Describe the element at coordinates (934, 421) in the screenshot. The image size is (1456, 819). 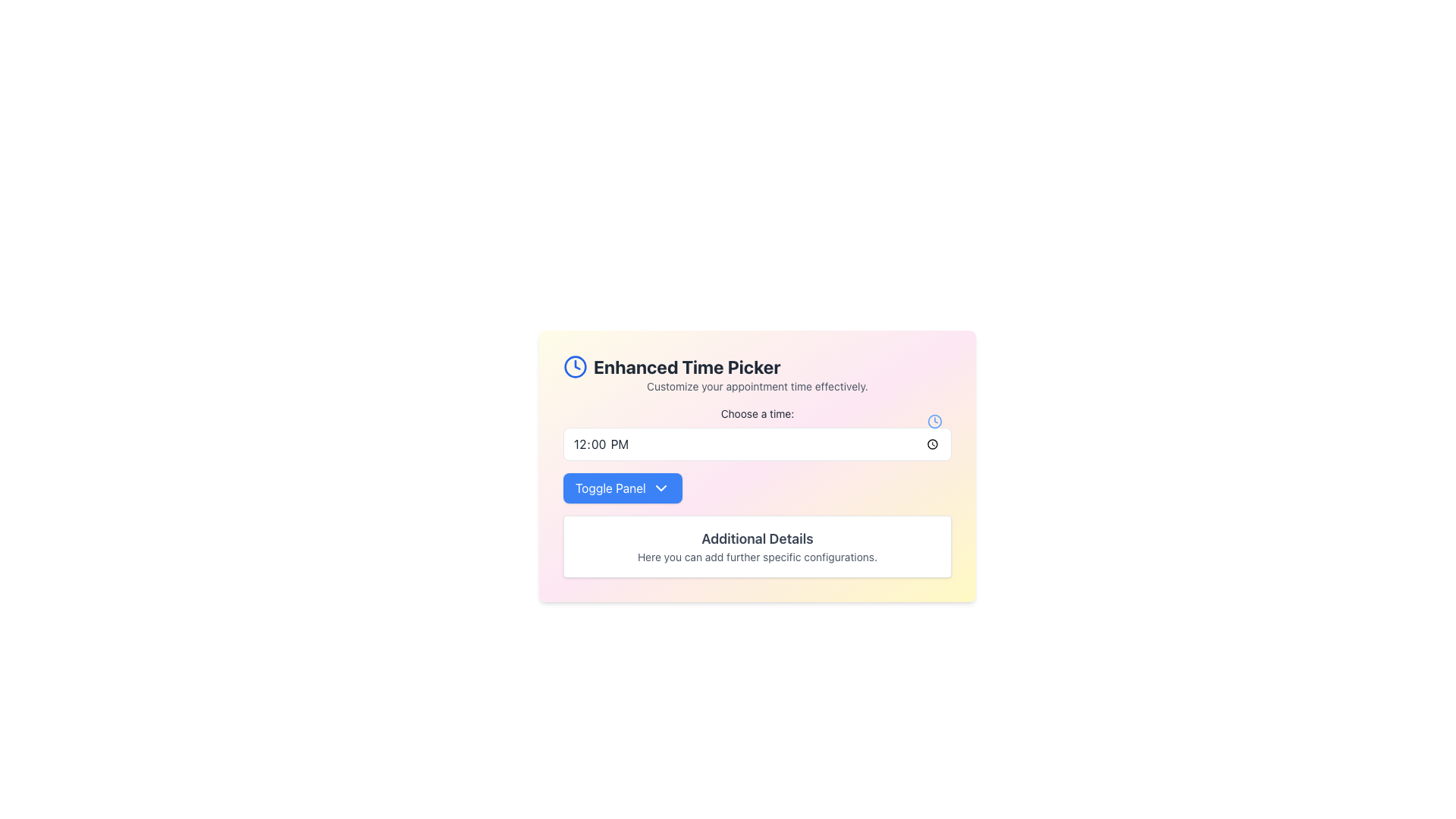
I see `the SVG Circle Element that visually represents an analog clock in the upper right corner of the 'Choose a time:' label section` at that location.